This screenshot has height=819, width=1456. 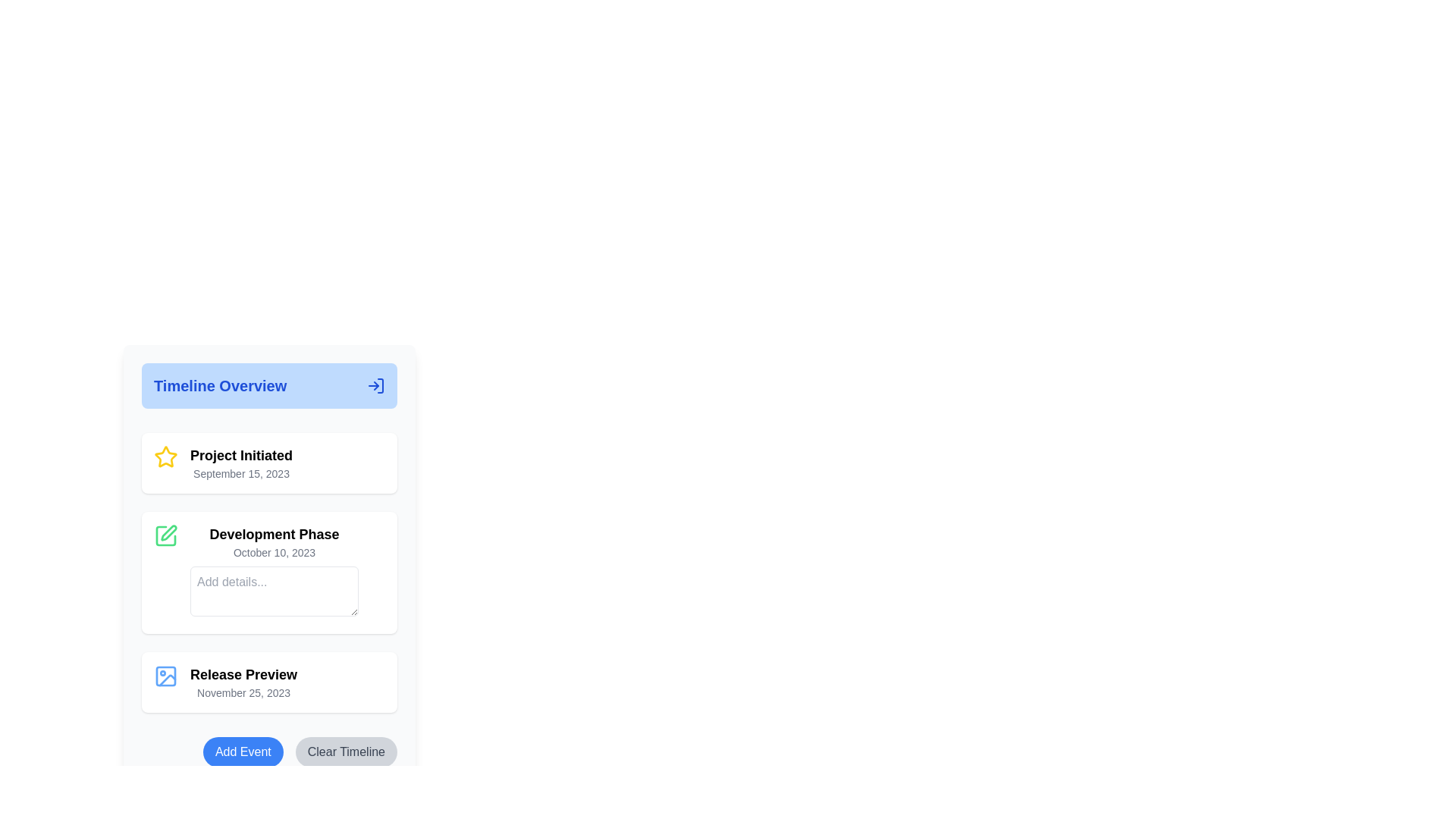 What do you see at coordinates (240, 455) in the screenshot?
I see `the text label displaying 'Project Initiated'` at bounding box center [240, 455].